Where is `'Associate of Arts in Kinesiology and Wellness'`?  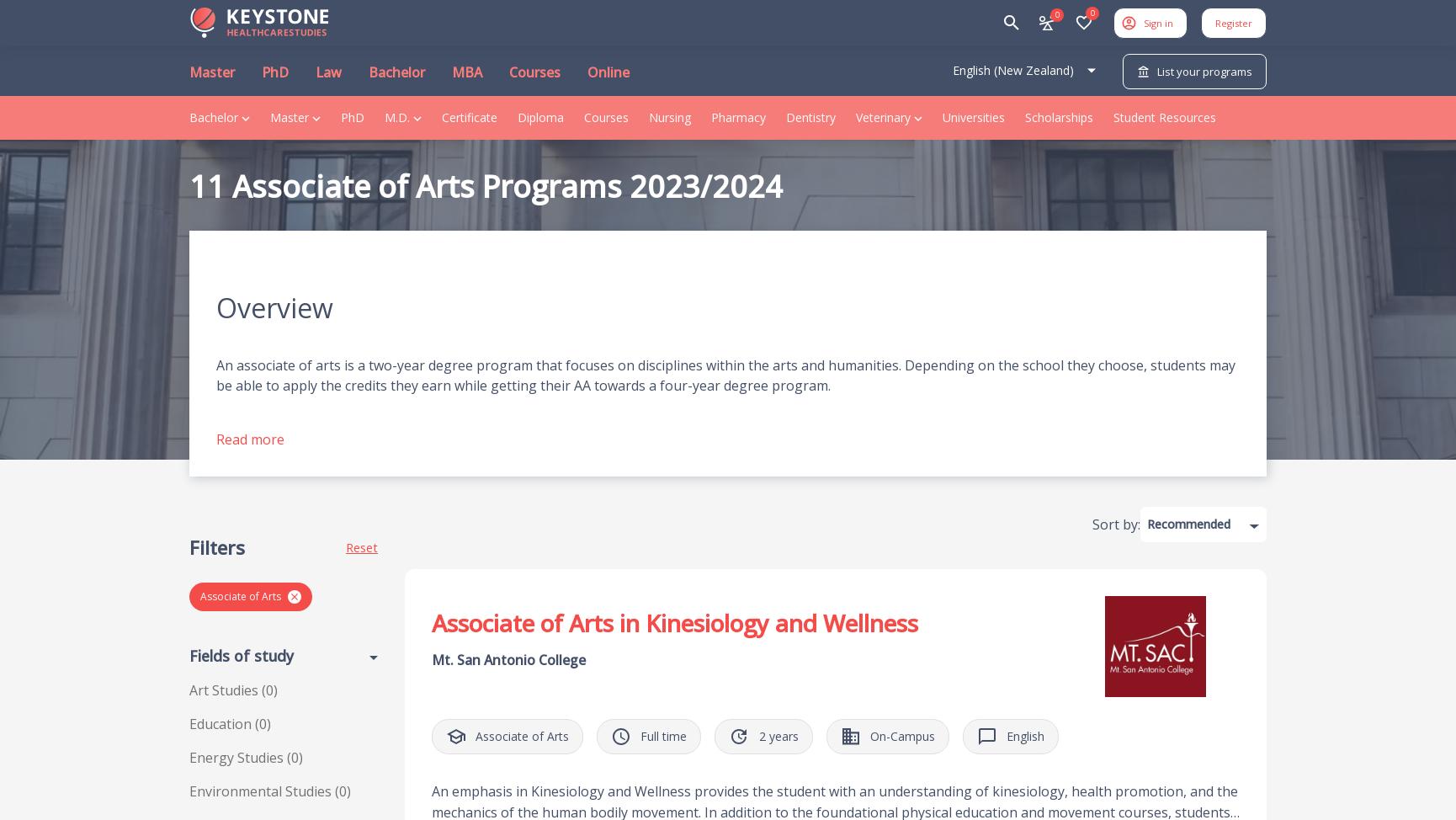
'Associate of Arts in Kinesiology and Wellness' is located at coordinates (674, 622).